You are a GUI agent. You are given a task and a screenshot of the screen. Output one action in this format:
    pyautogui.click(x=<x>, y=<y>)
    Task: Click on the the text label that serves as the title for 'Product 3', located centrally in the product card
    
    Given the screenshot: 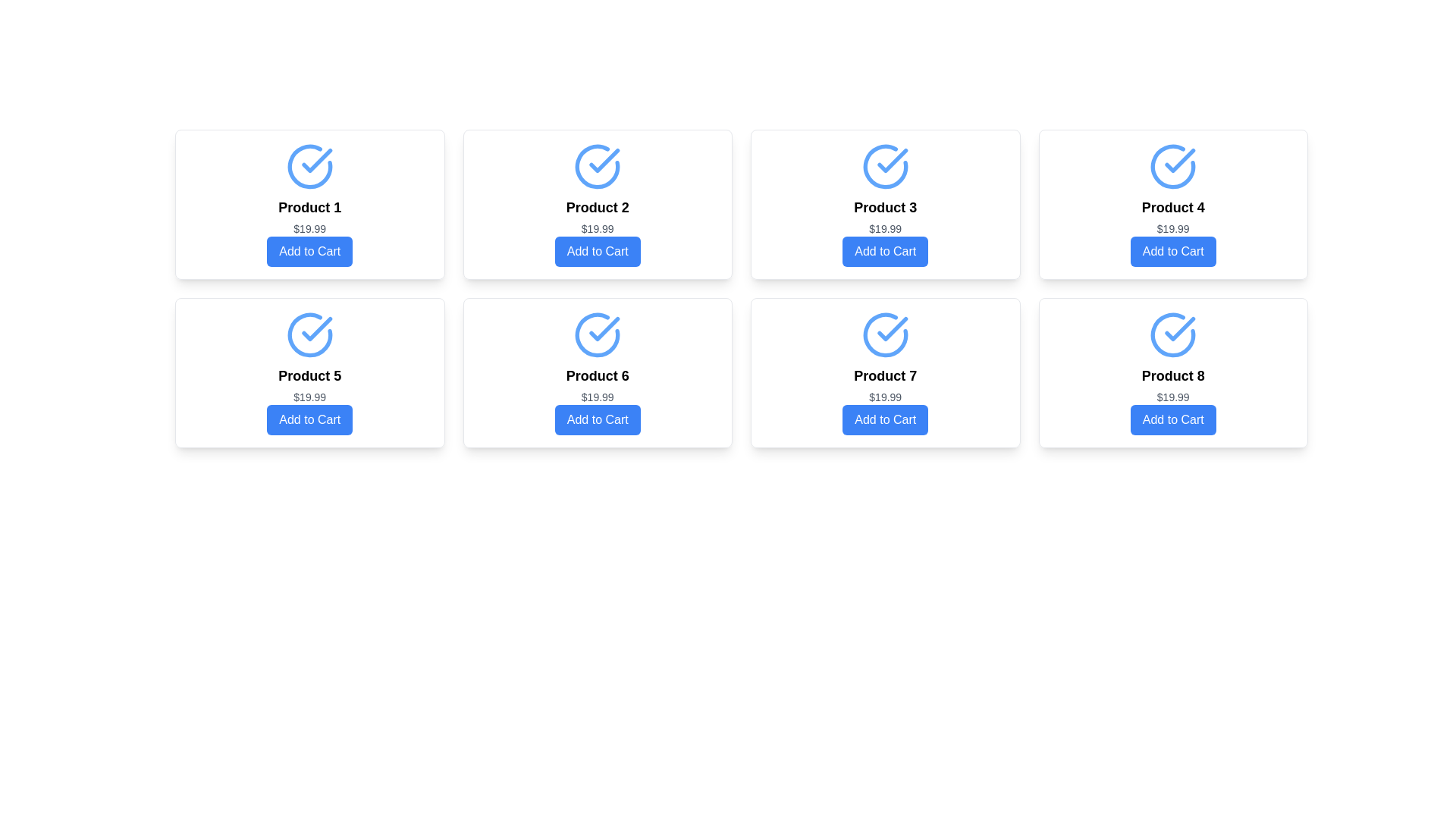 What is the action you would take?
    pyautogui.click(x=885, y=207)
    